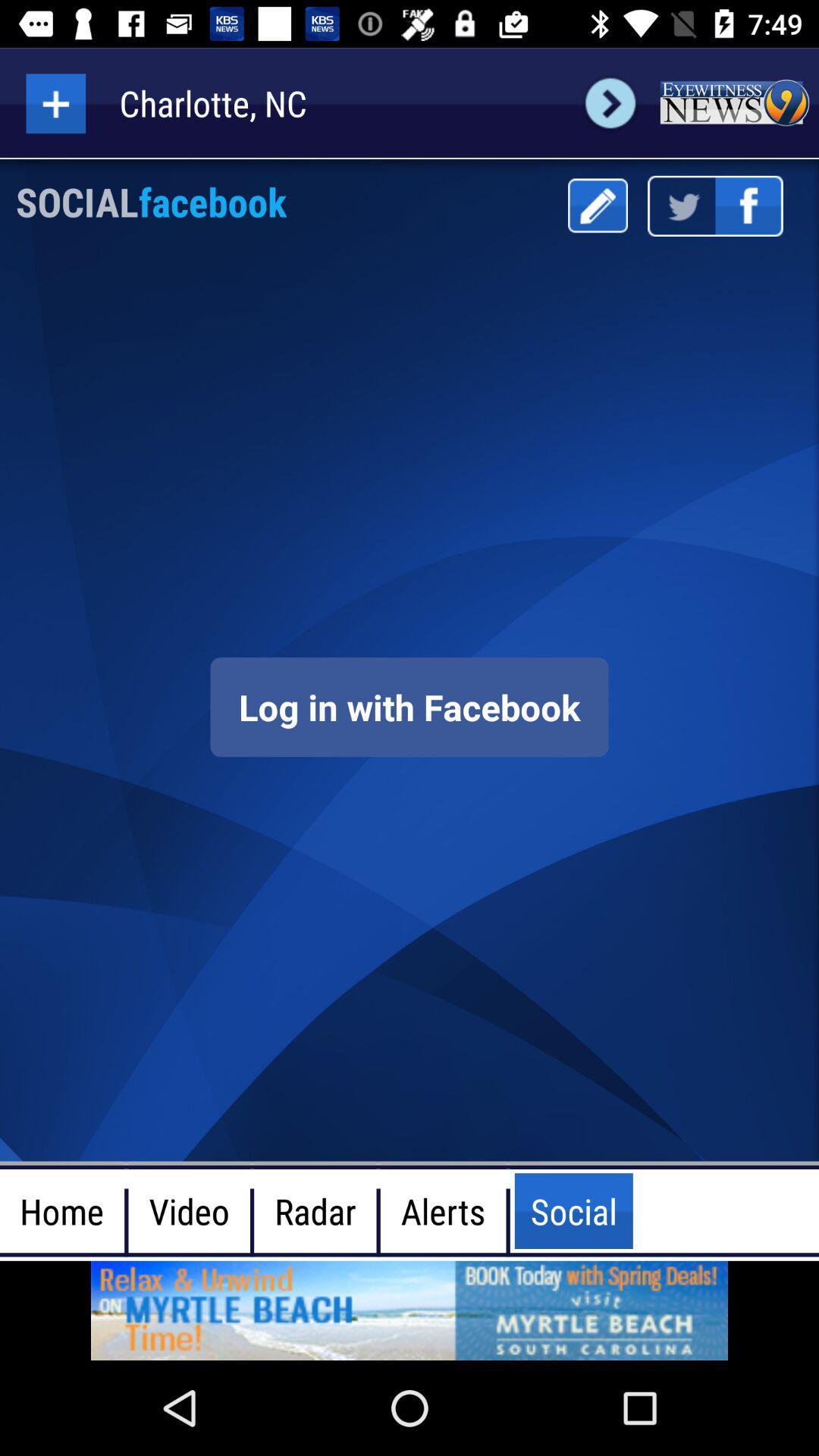 The image size is (819, 1456). I want to click on city or area, so click(55, 102).